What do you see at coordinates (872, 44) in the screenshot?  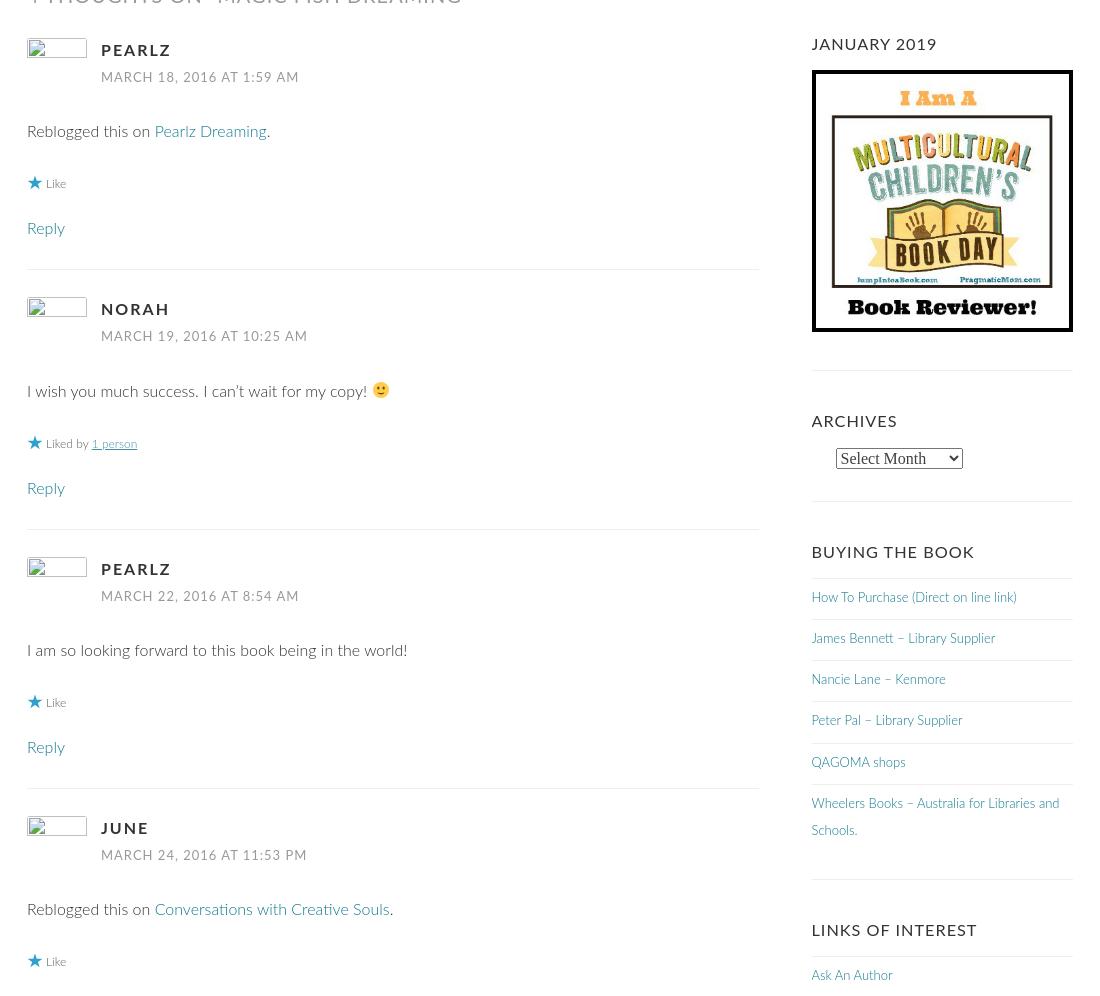 I see `'January 2019'` at bounding box center [872, 44].